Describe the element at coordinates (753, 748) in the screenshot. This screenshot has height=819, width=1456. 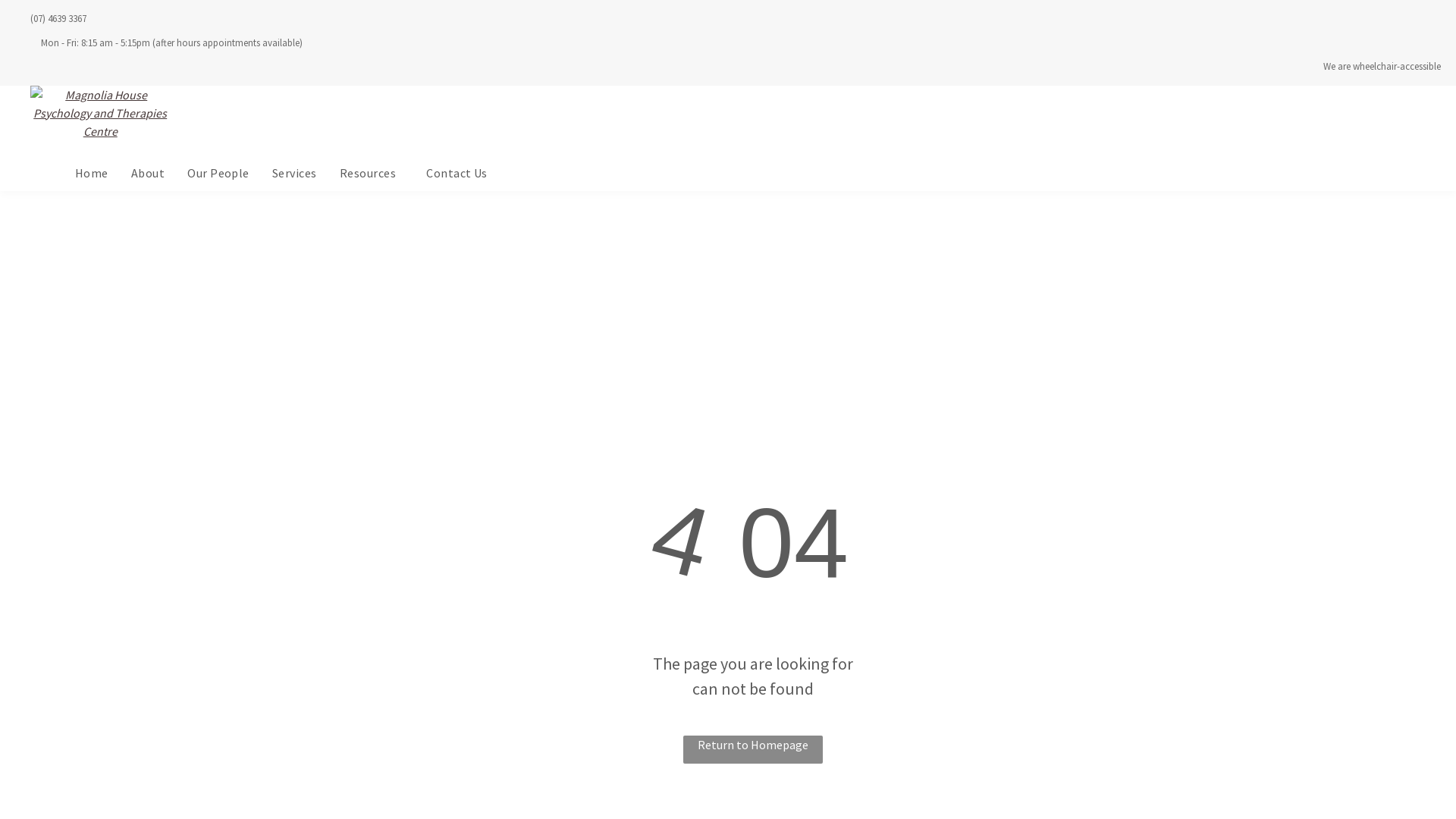
I see `'Return to Homepage'` at that location.